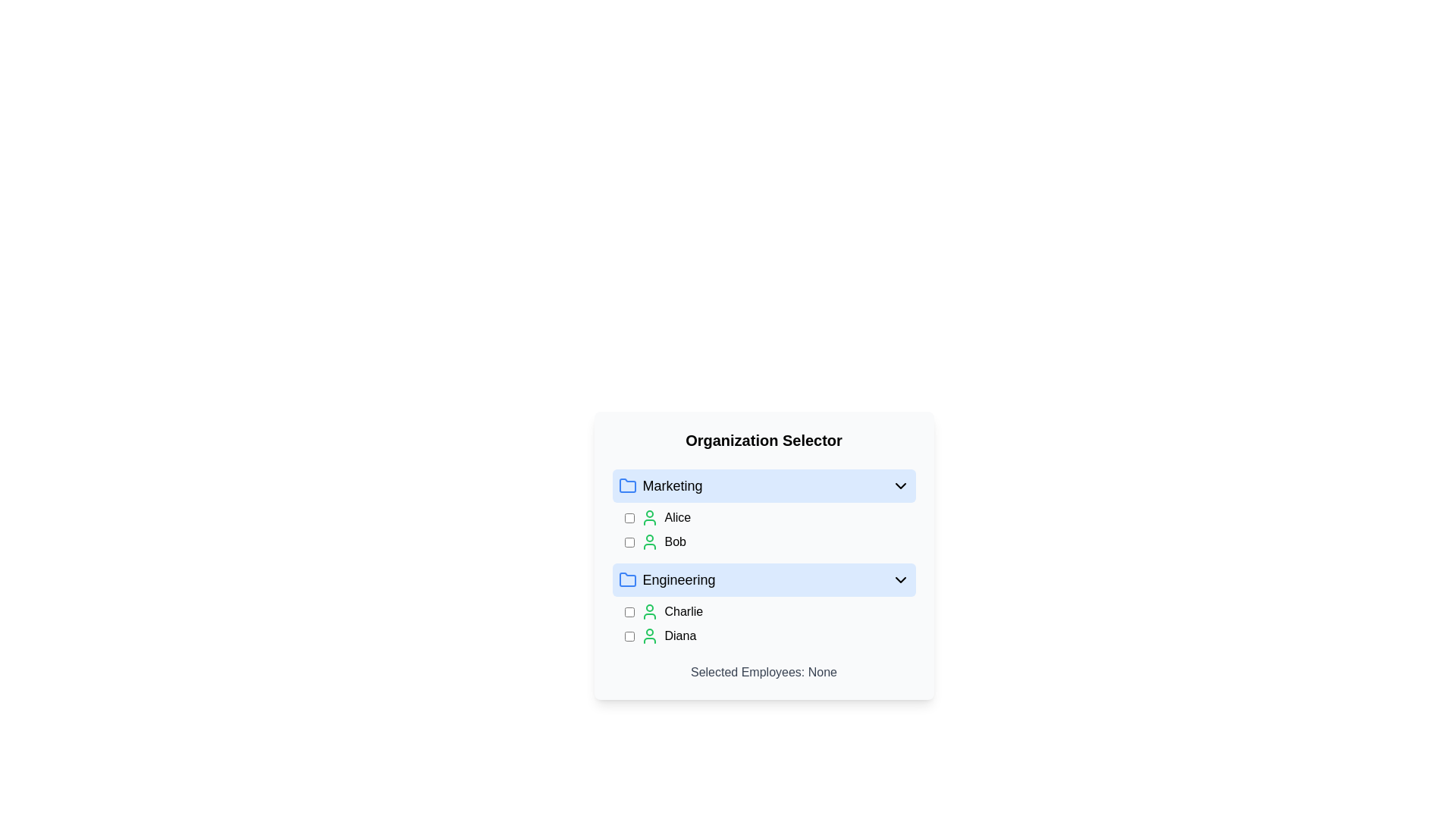 This screenshot has height=819, width=1456. I want to click on the checkbox next to the employee 'Alice' in the selectable list under the 'Marketing' section, so click(764, 529).